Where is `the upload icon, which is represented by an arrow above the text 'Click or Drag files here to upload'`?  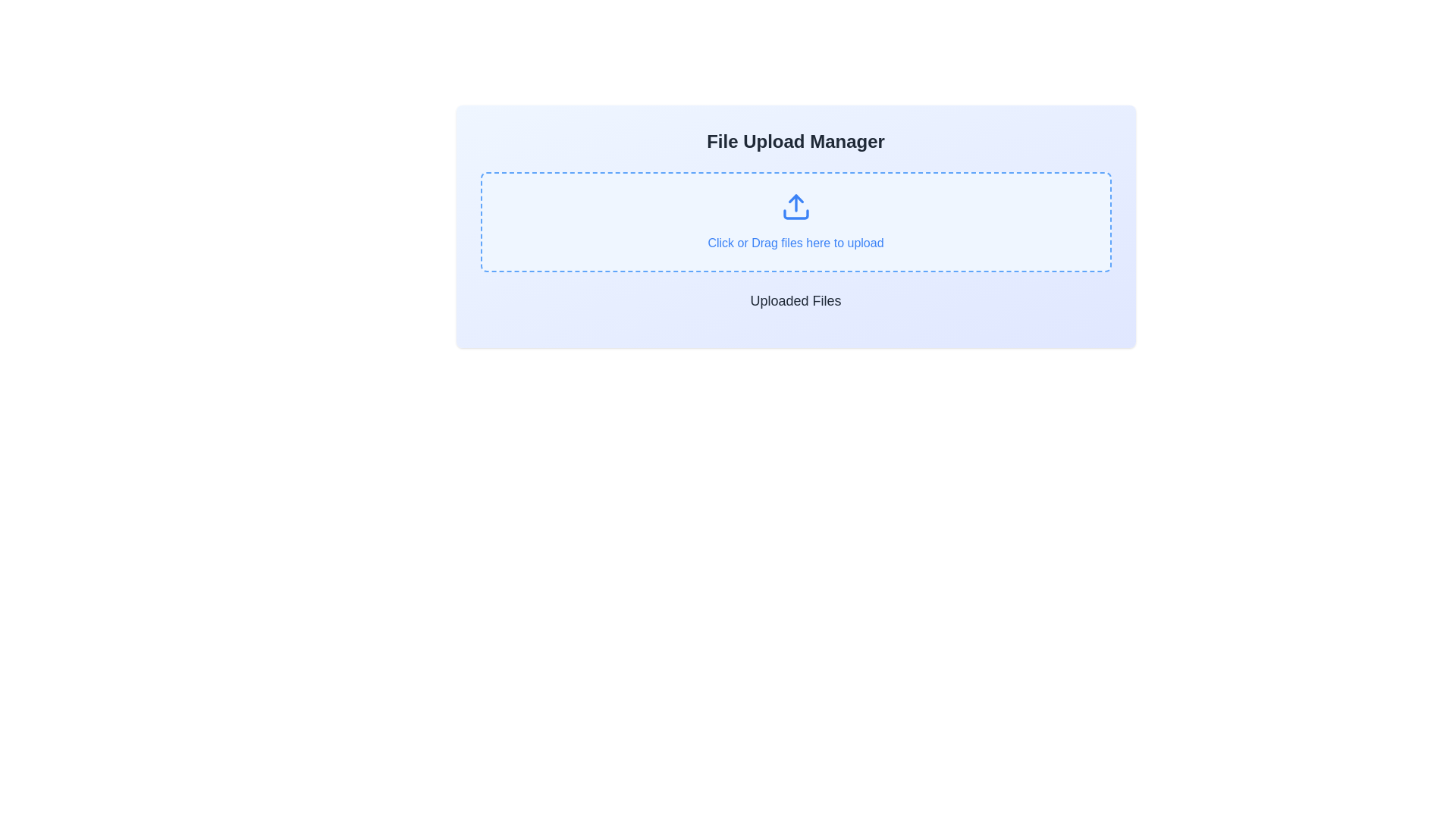
the upload icon, which is represented by an arrow above the text 'Click or Drag files here to upload' is located at coordinates (795, 207).